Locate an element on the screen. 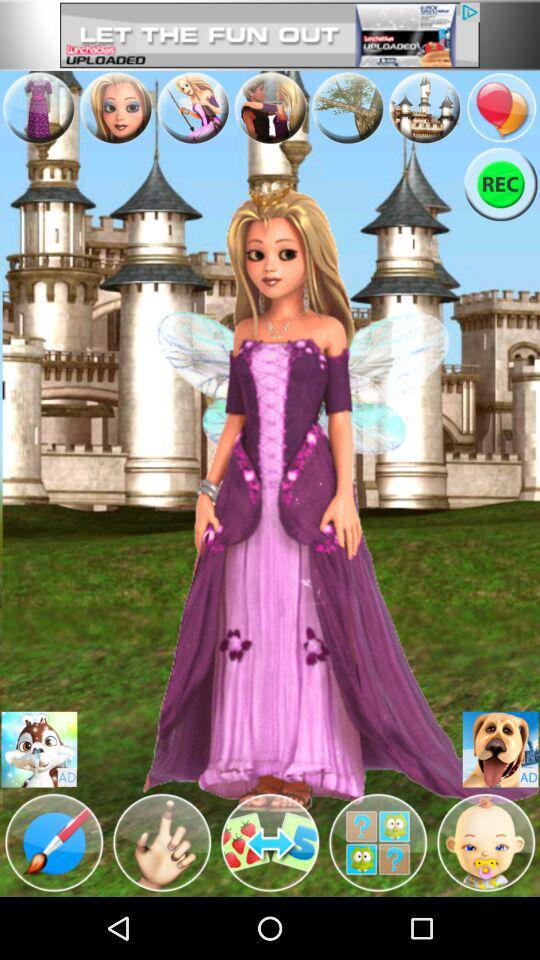  paint in draw the image is located at coordinates (54, 841).